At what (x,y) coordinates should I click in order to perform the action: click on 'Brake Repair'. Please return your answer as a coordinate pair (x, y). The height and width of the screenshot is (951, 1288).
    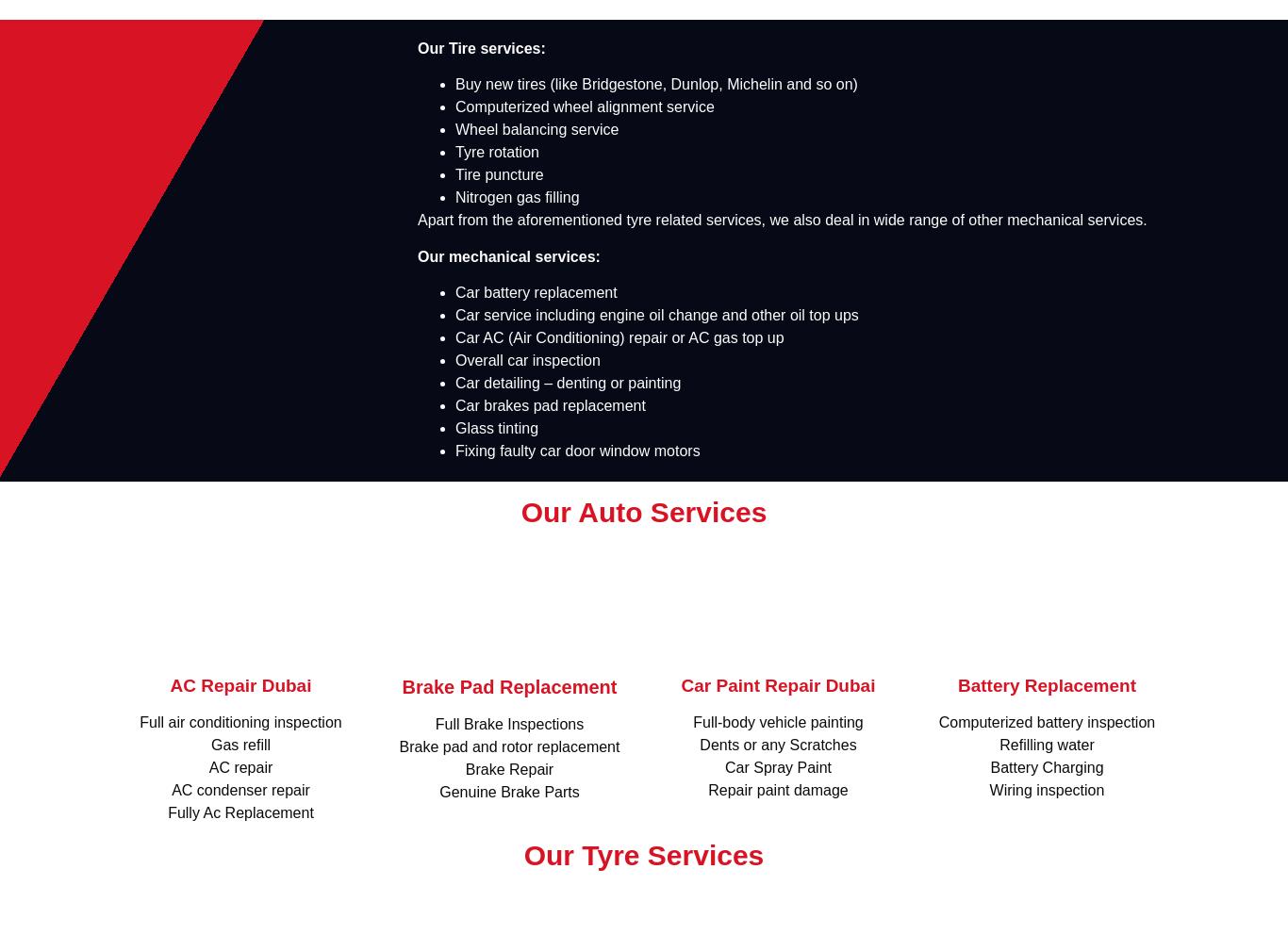
    Looking at the image, I should click on (464, 768).